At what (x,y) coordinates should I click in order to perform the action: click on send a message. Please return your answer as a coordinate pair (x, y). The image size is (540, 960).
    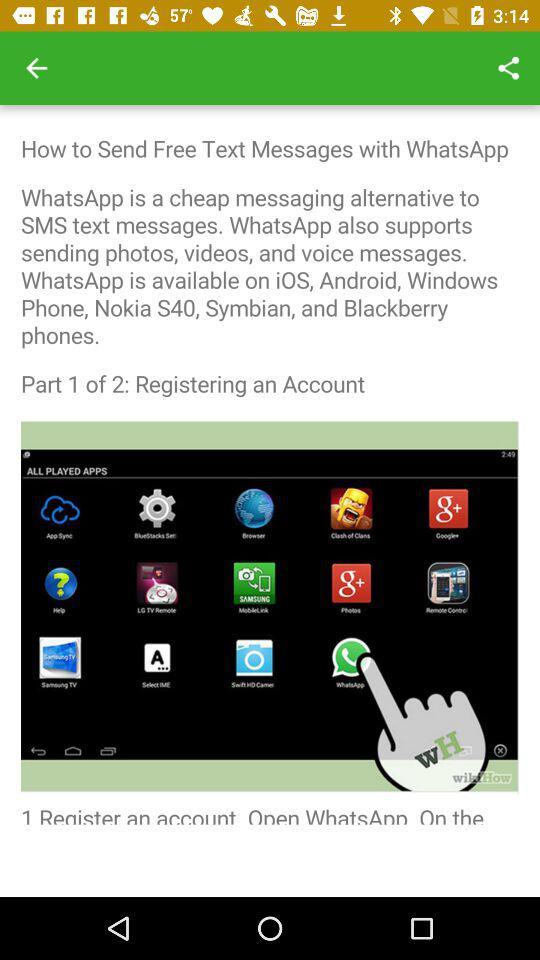
    Looking at the image, I should click on (270, 464).